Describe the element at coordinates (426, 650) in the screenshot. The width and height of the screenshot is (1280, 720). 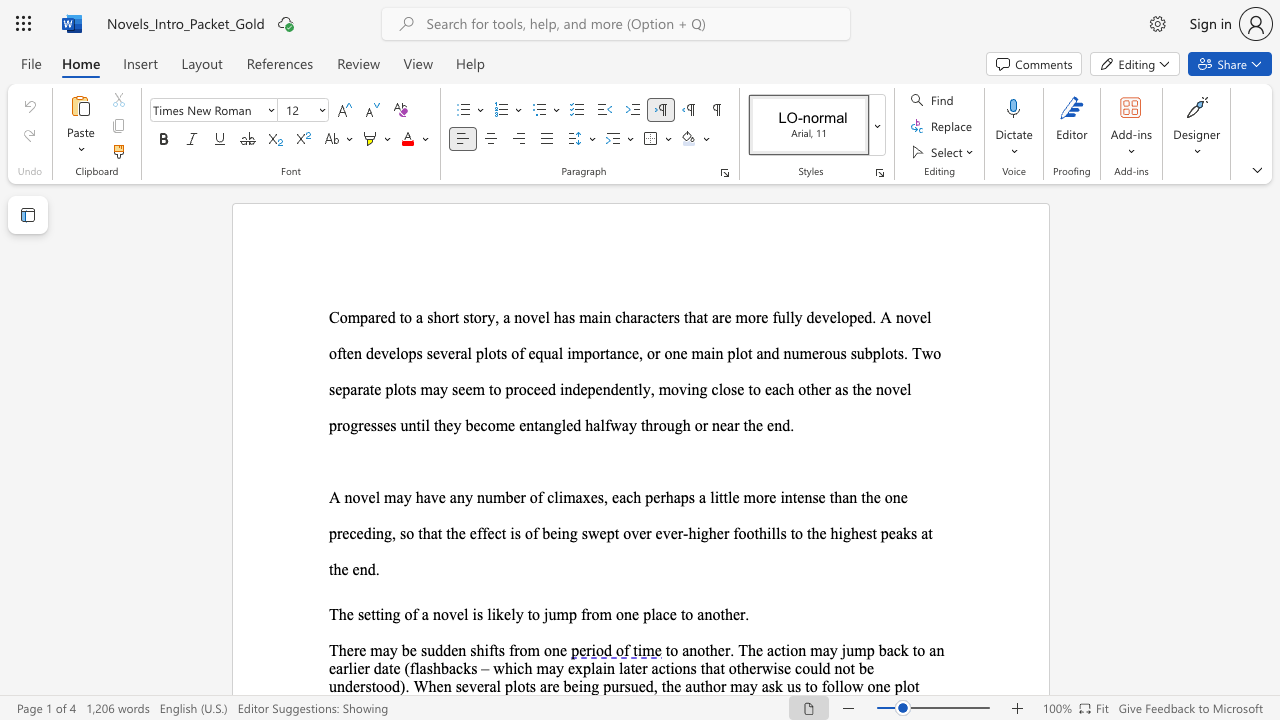
I see `the subset text "udden shifts from on" within the text "There may be sudden shifts from one"` at that location.